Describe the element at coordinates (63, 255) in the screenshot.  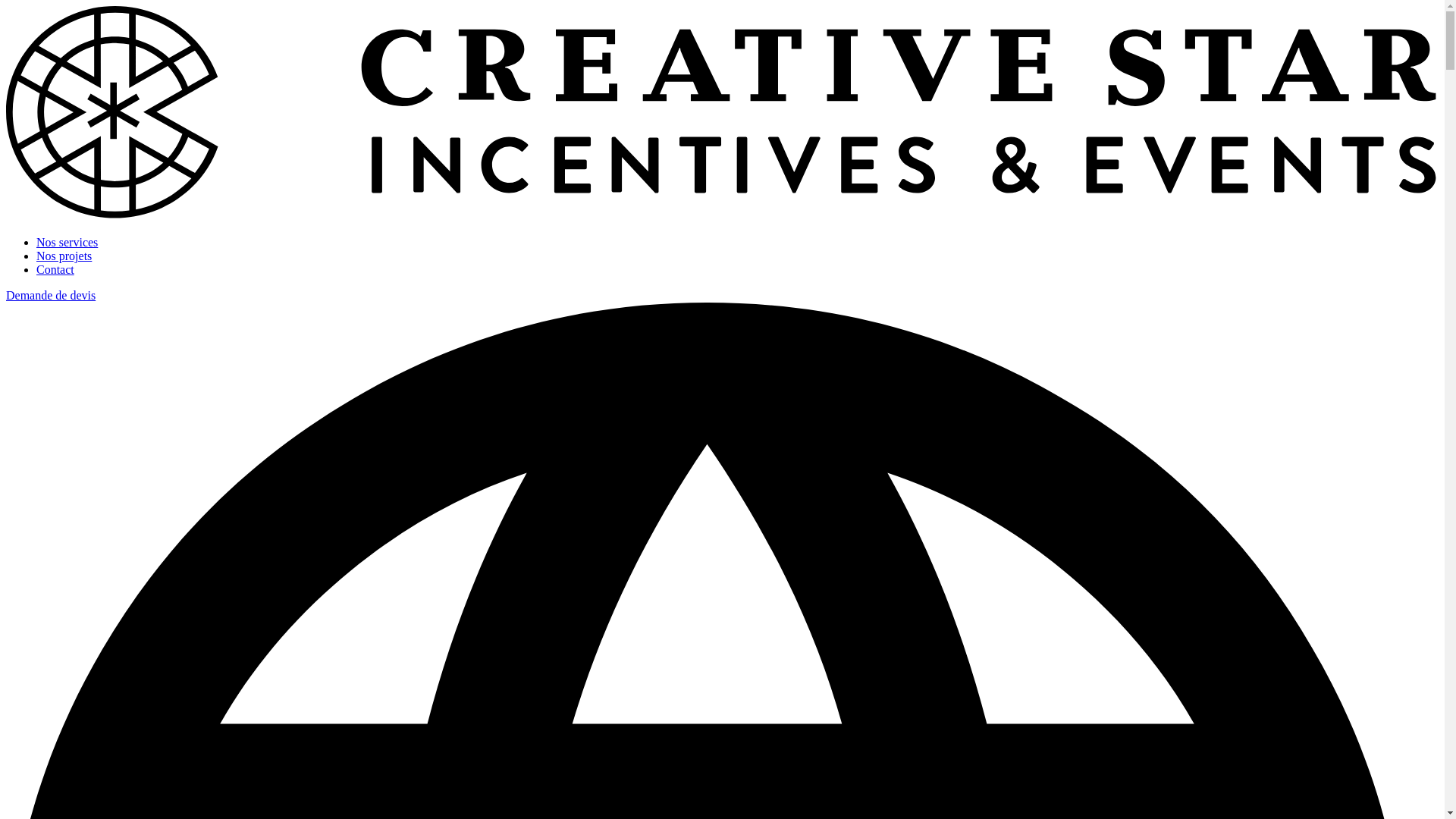
I see `'Nos projets'` at that location.